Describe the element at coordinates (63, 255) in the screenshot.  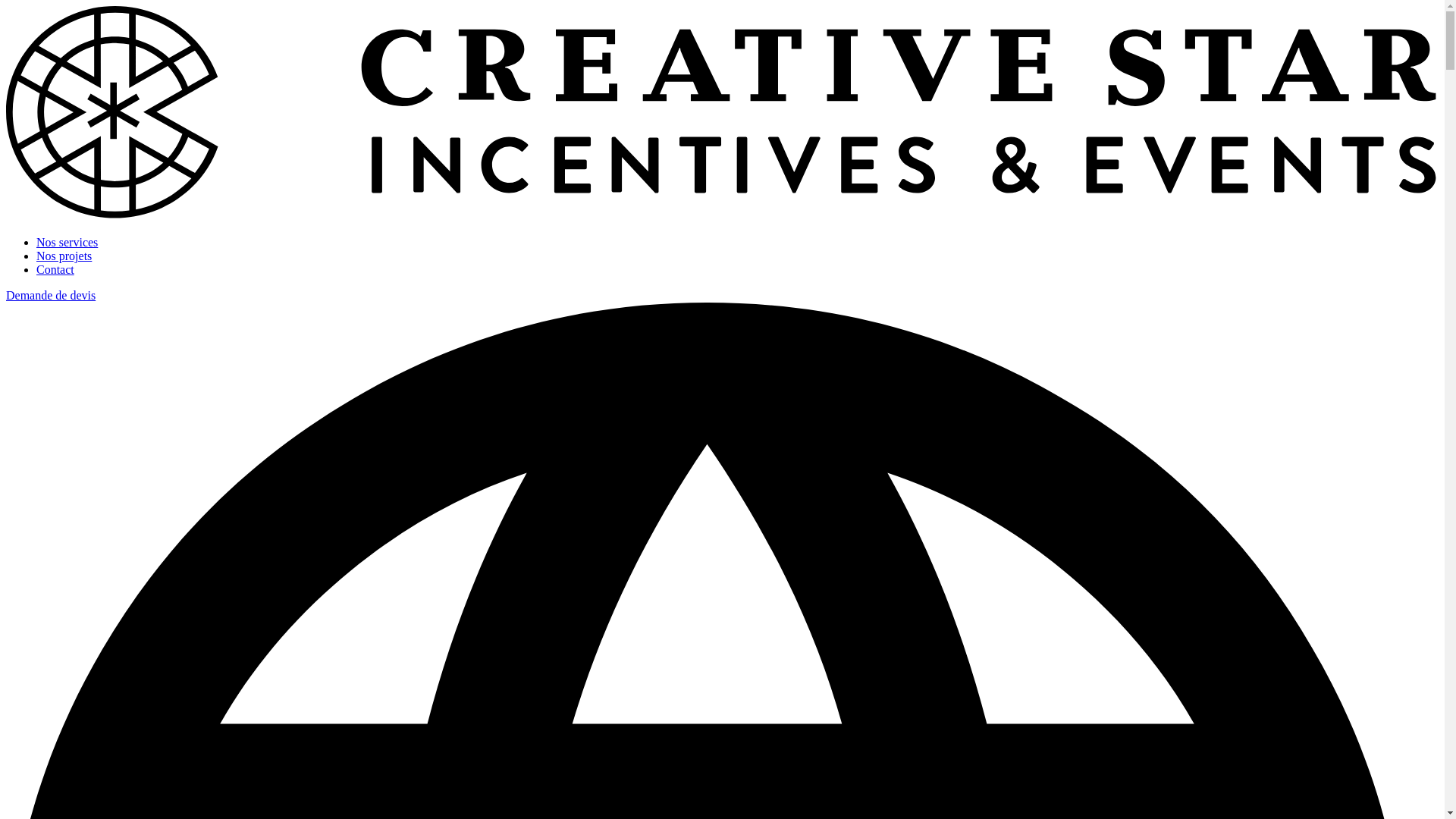
I see `'Nos projets'` at that location.